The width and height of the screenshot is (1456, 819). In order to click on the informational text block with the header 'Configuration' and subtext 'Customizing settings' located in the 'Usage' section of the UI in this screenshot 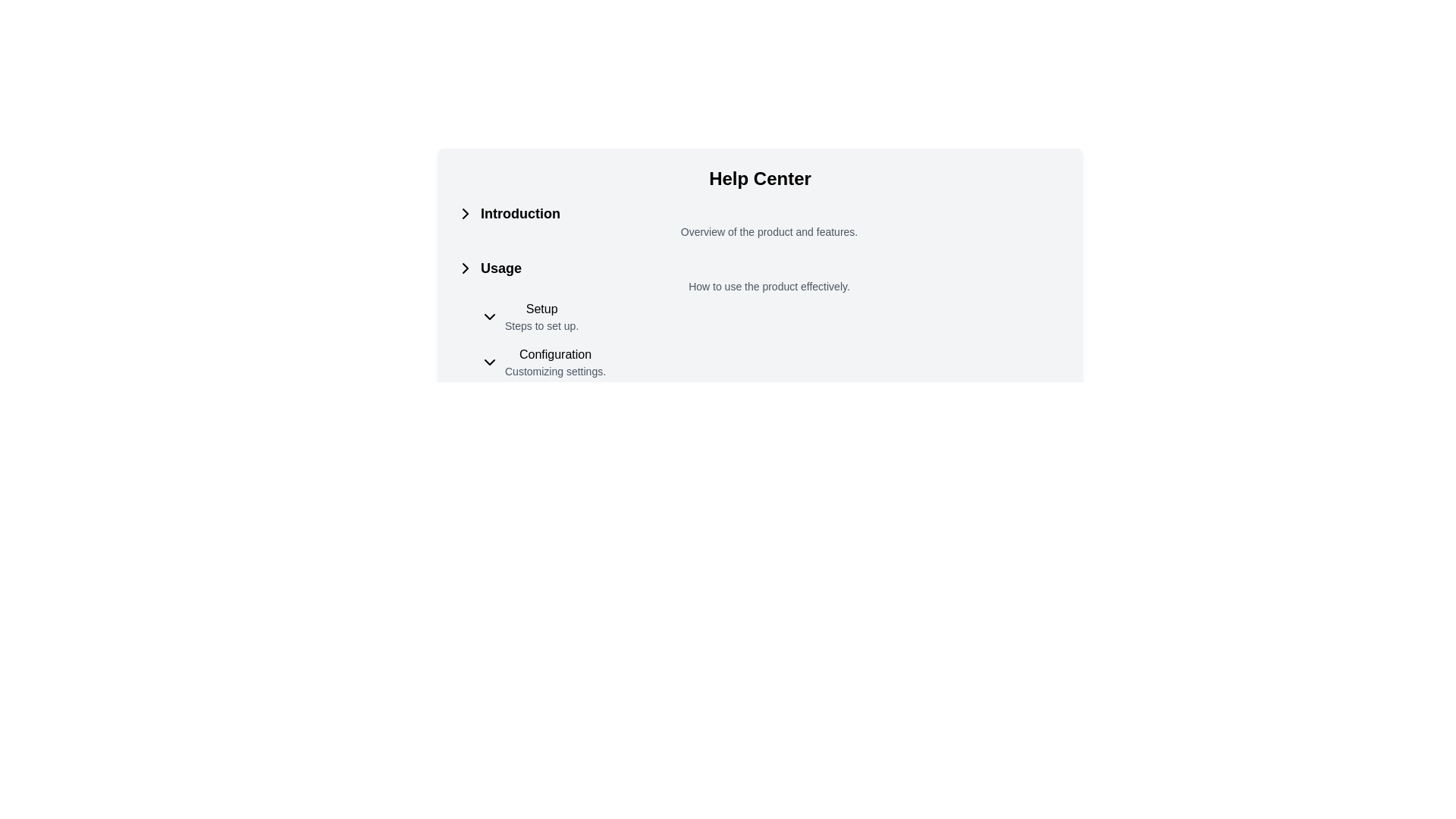, I will do `click(554, 362)`.